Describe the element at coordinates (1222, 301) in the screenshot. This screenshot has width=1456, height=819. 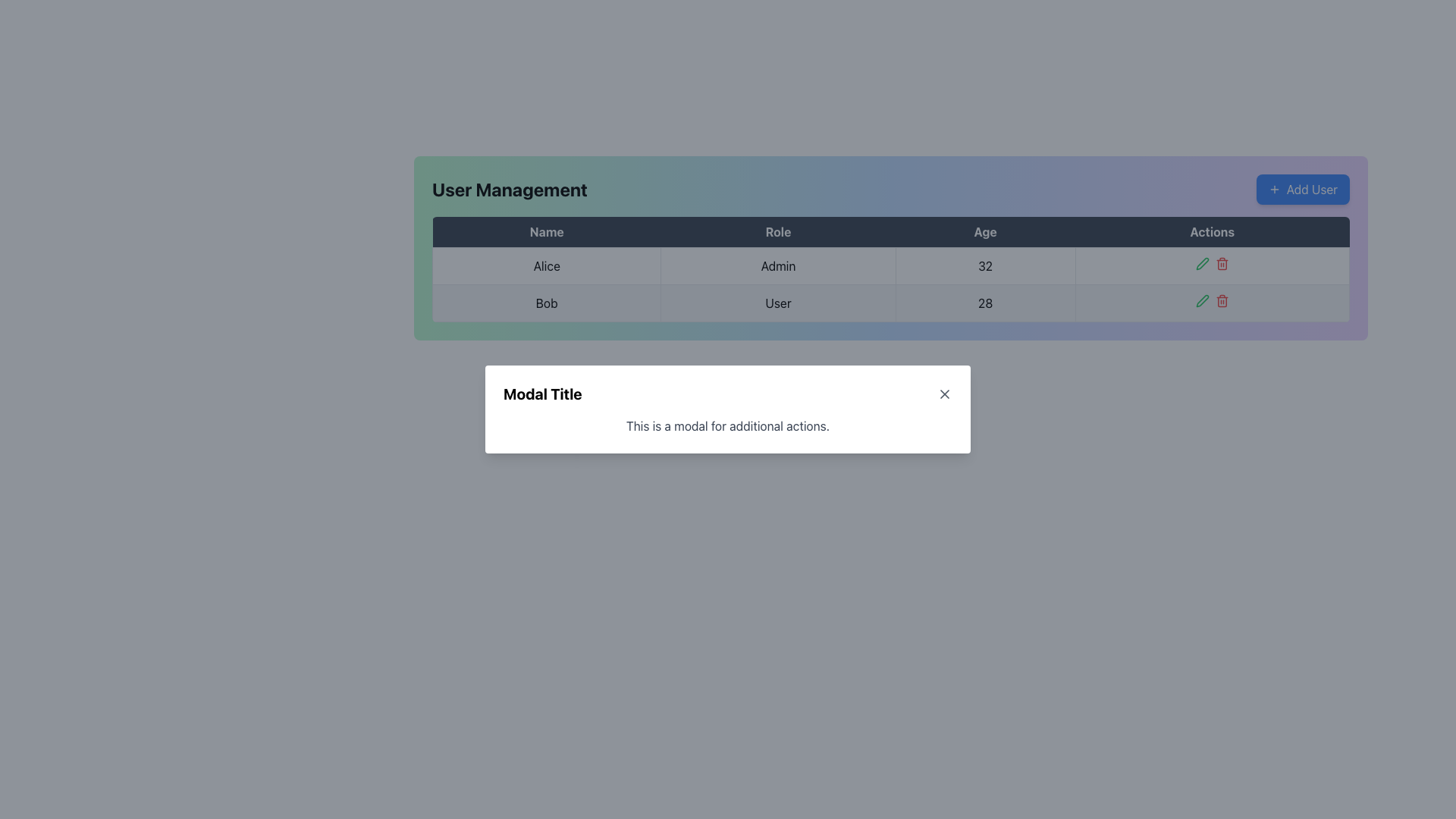
I see `the delete icon button located in the 'Actions' column of the second row for the user 'Bob'` at that location.